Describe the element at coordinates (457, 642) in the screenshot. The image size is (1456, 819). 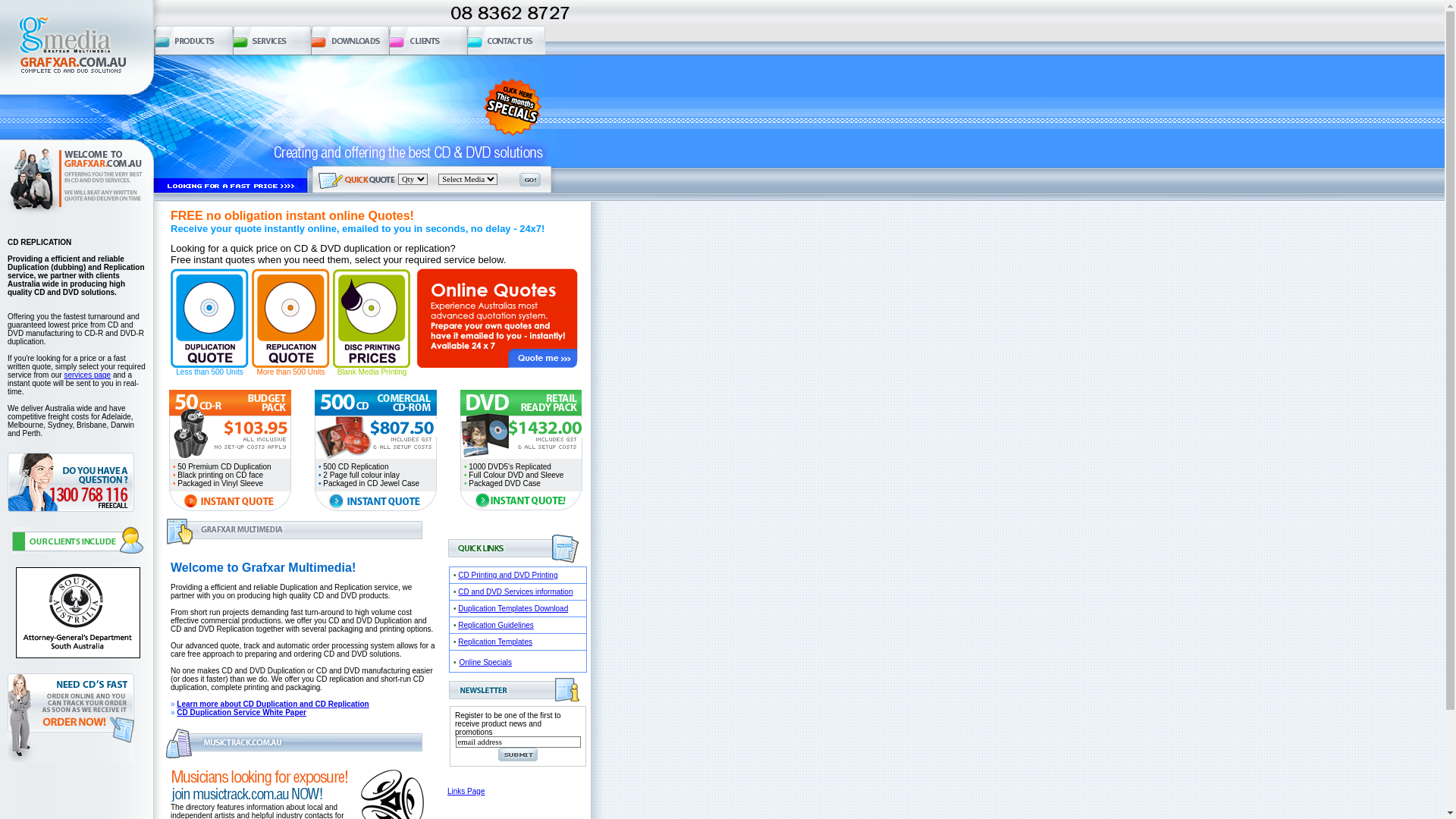
I see `'Replication Templates'` at that location.